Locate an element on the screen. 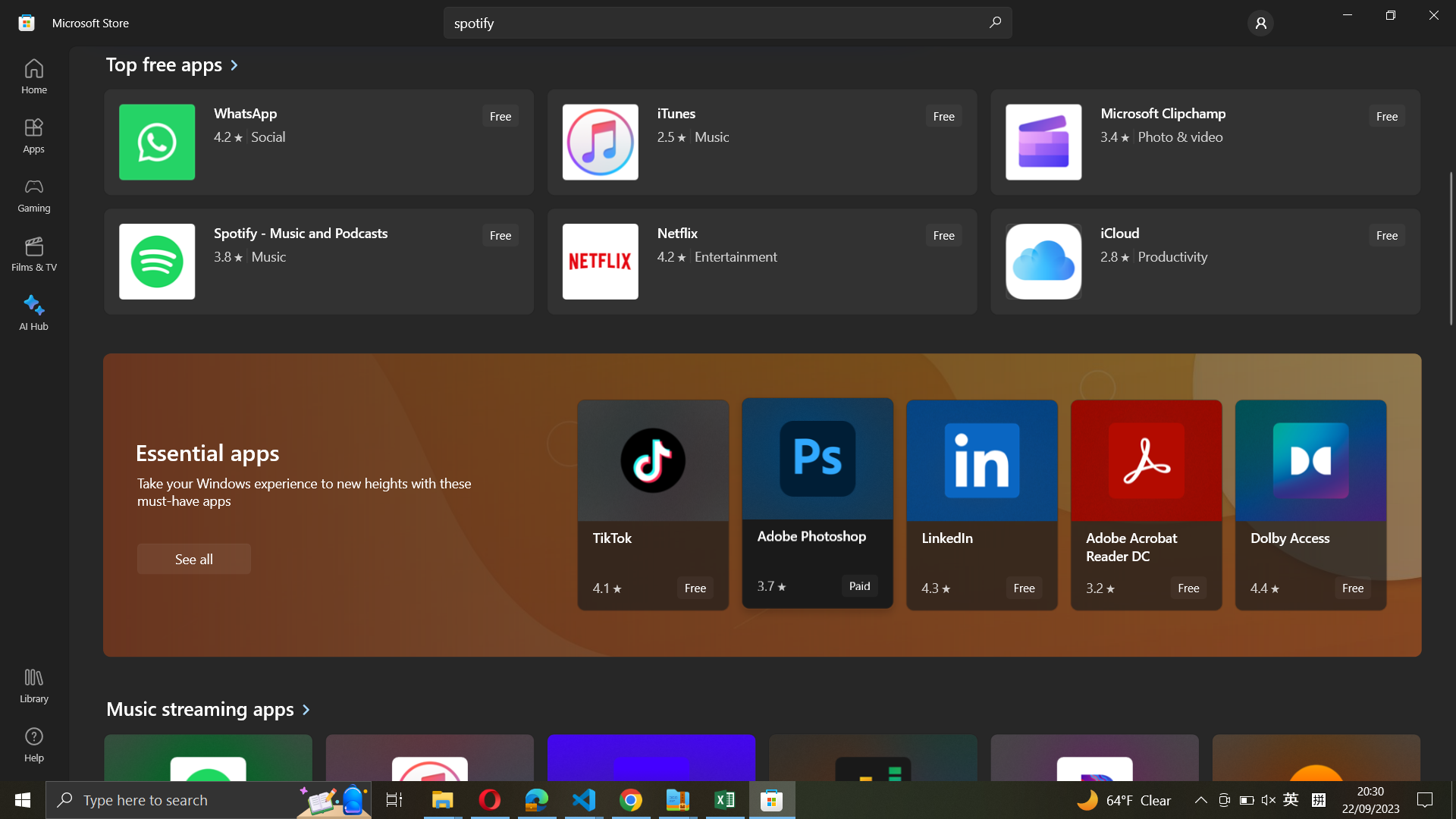 Image resolution: width=1456 pixels, height=819 pixels. Tiktok application details is located at coordinates (652, 505).